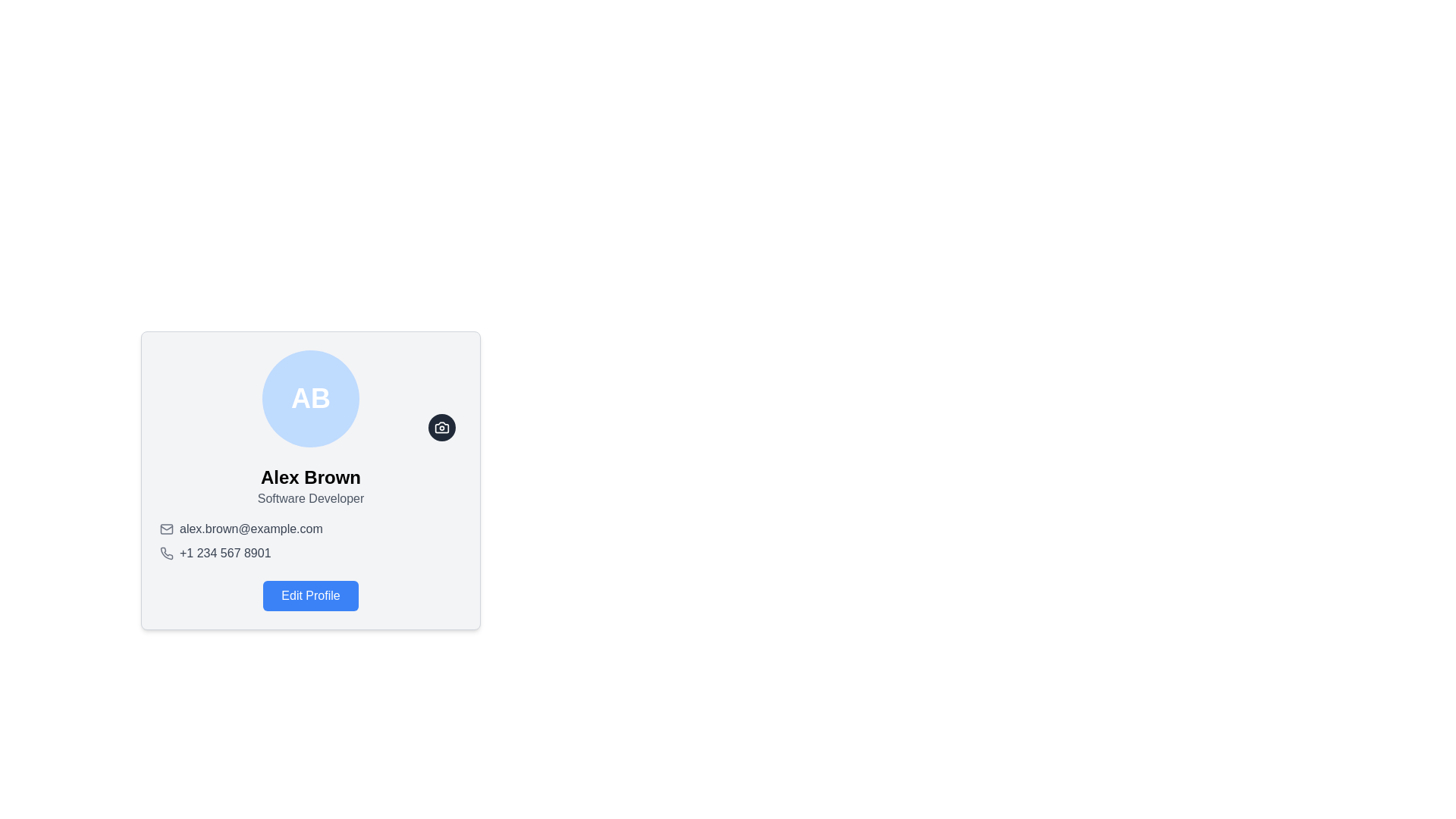  Describe the element at coordinates (309, 595) in the screenshot. I see `the edit button located centrally below the email and phone number in the user profile card to initiate editing of the profile information` at that location.